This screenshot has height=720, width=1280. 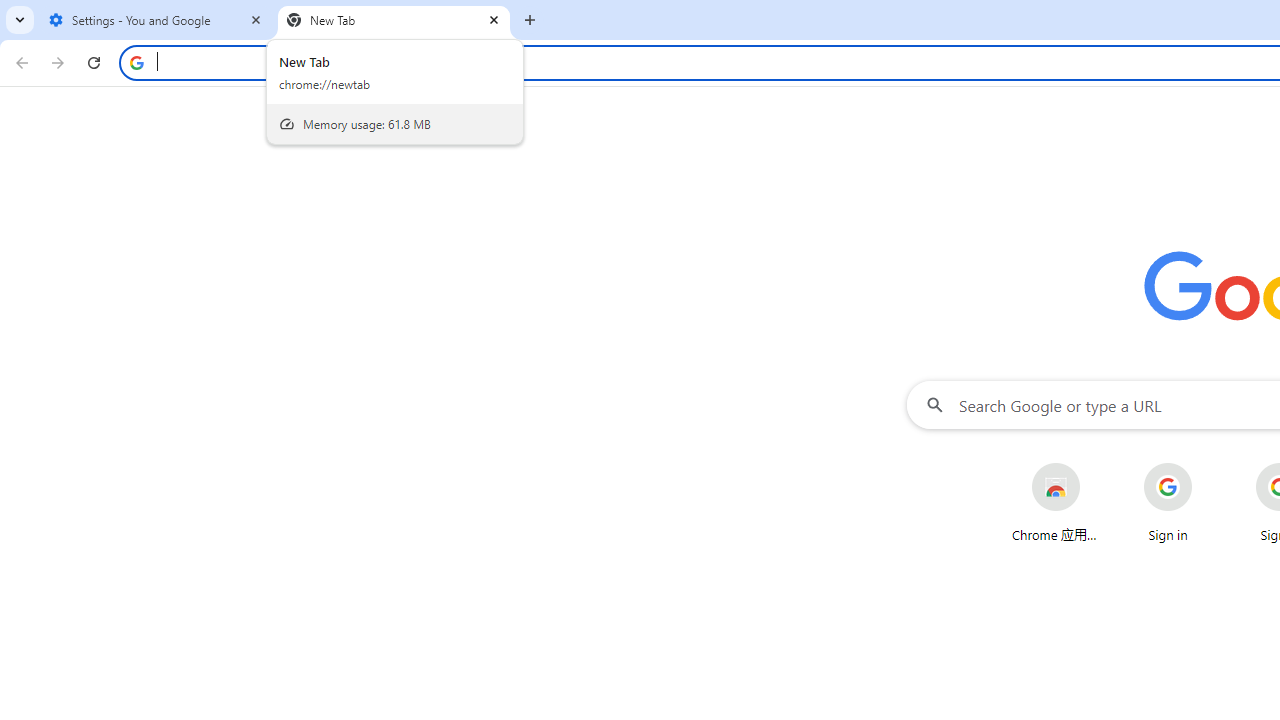 What do you see at coordinates (155, 20) in the screenshot?
I see `'Settings - You and Google'` at bounding box center [155, 20].